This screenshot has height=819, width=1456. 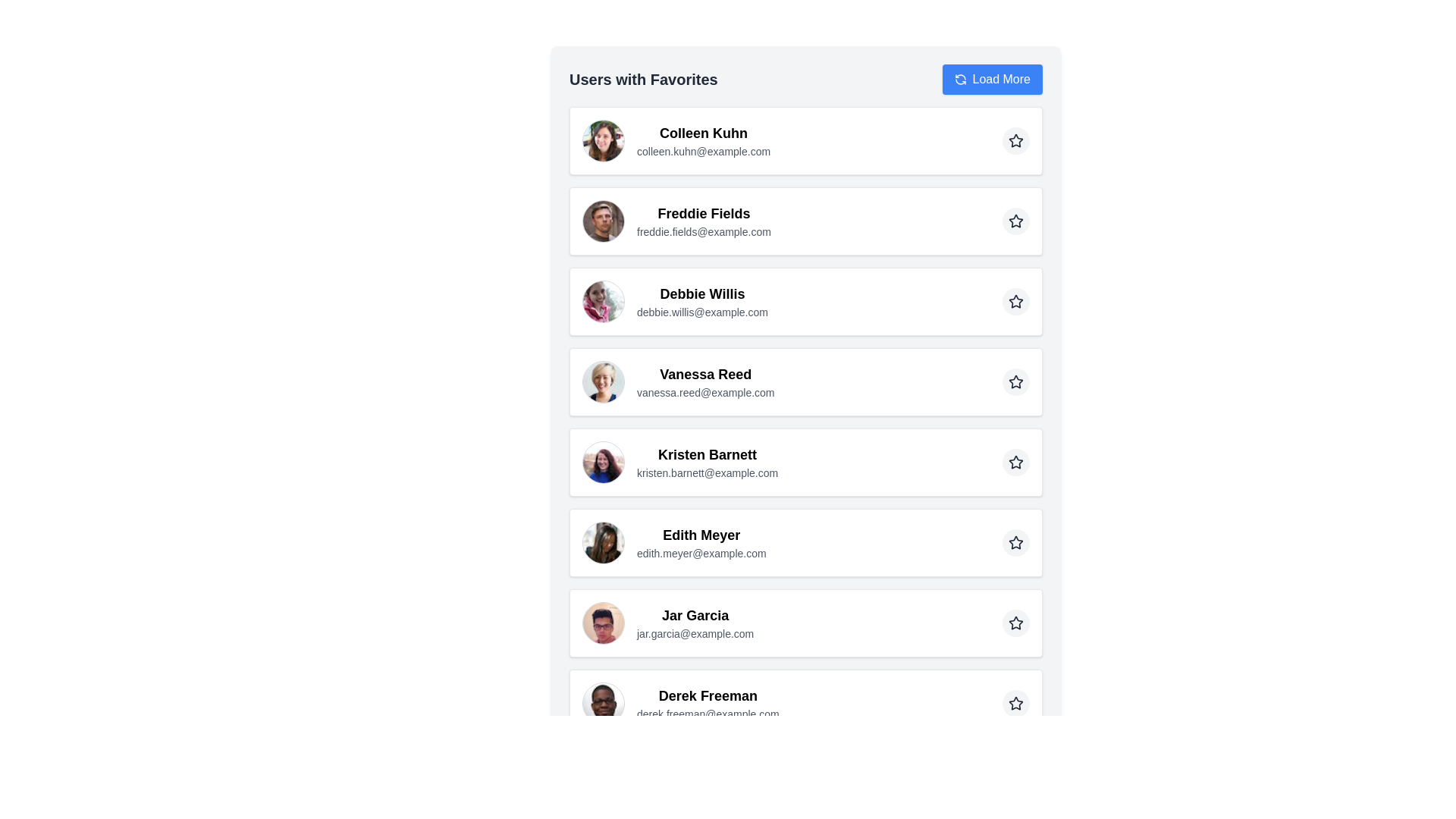 I want to click on the interactive star icon located to the right of the 'Edith Meyer' user profile to potentially see a tooltip or status, so click(x=1015, y=541).